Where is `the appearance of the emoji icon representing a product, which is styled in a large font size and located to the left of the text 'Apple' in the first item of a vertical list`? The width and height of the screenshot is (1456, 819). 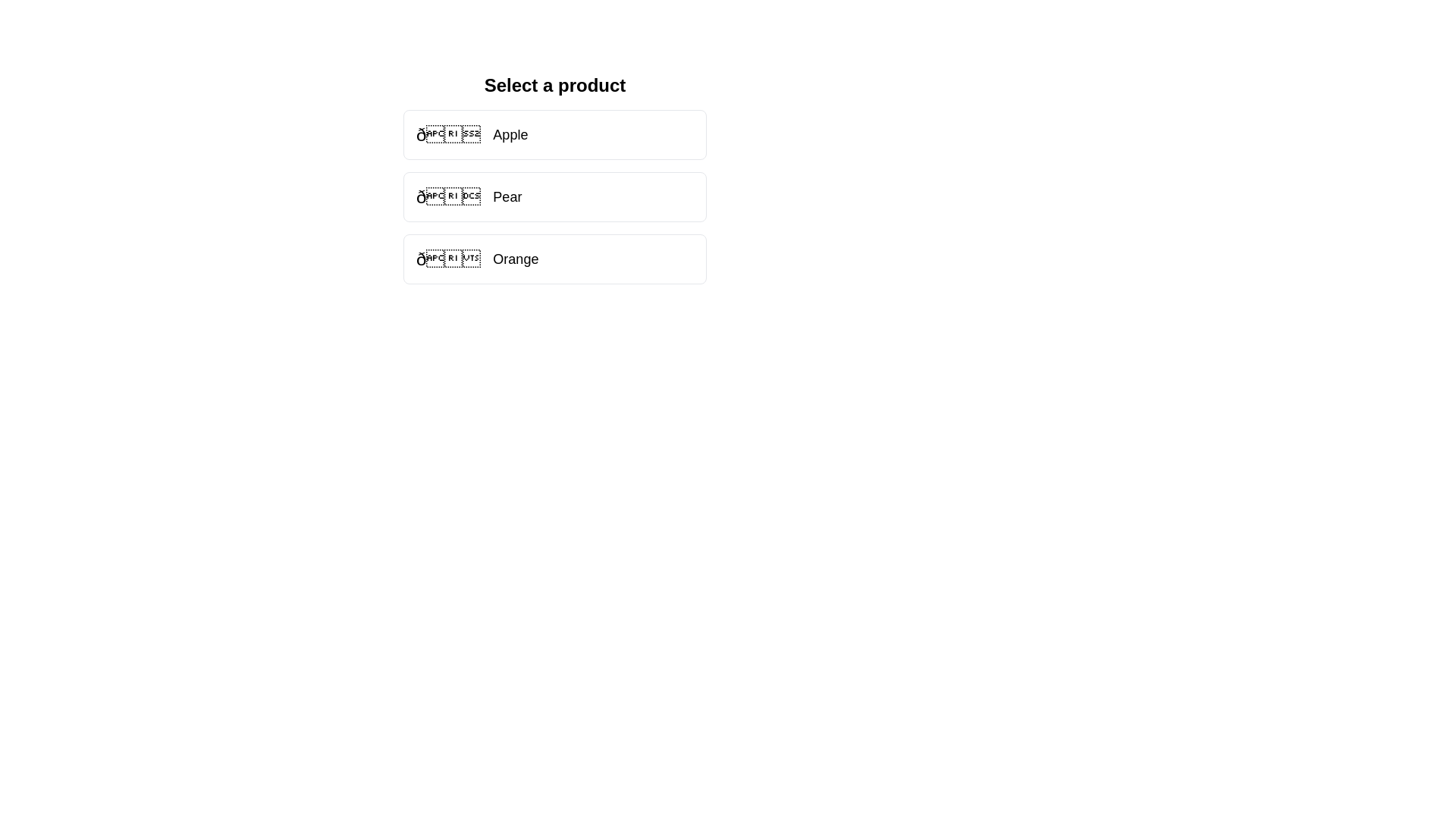 the appearance of the emoji icon representing a product, which is styled in a large font size and located to the left of the text 'Apple' in the first item of a vertical list is located at coordinates (447, 133).